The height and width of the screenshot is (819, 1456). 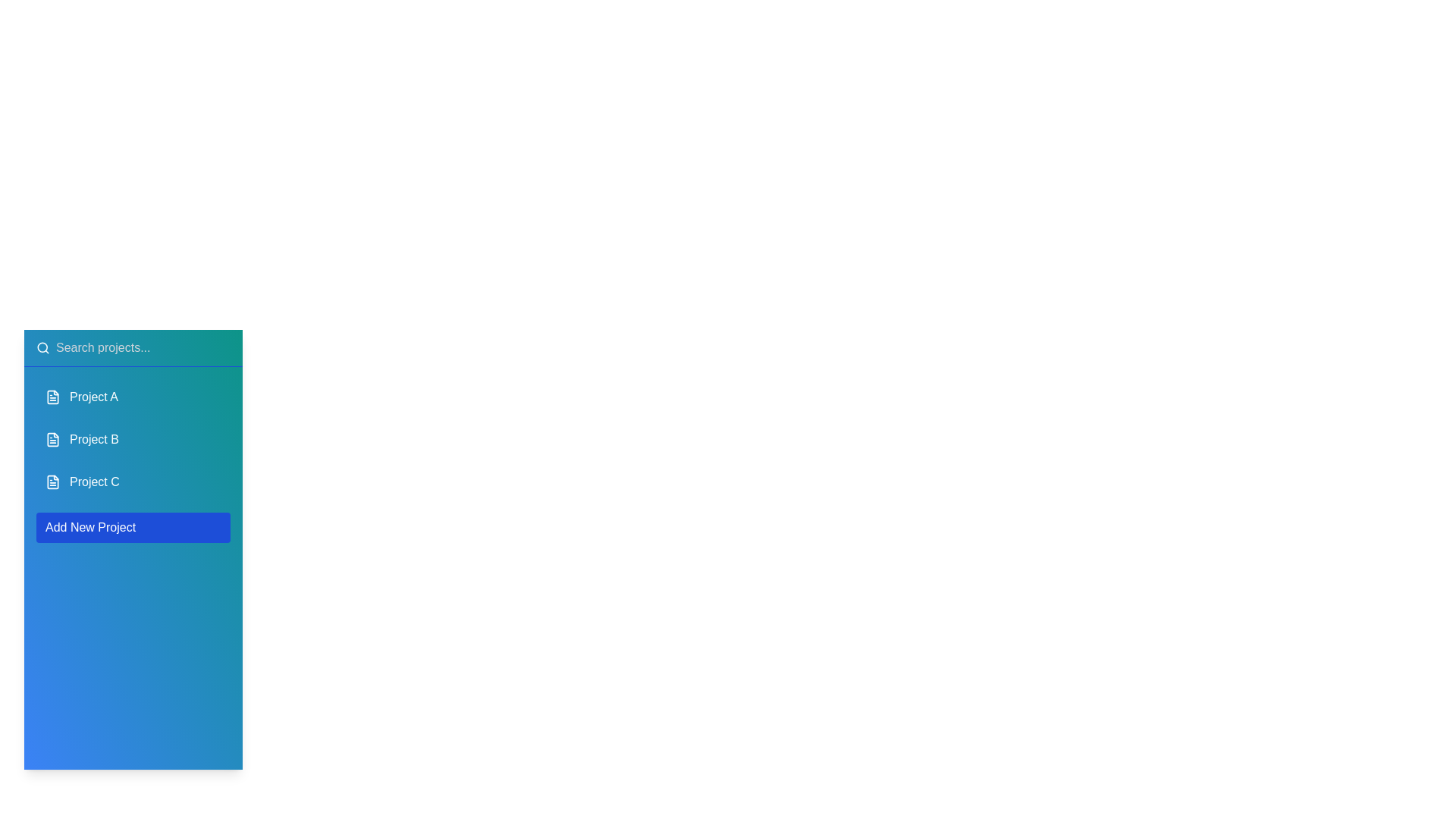 What do you see at coordinates (133, 526) in the screenshot?
I see `the 'Add New Project' button` at bounding box center [133, 526].